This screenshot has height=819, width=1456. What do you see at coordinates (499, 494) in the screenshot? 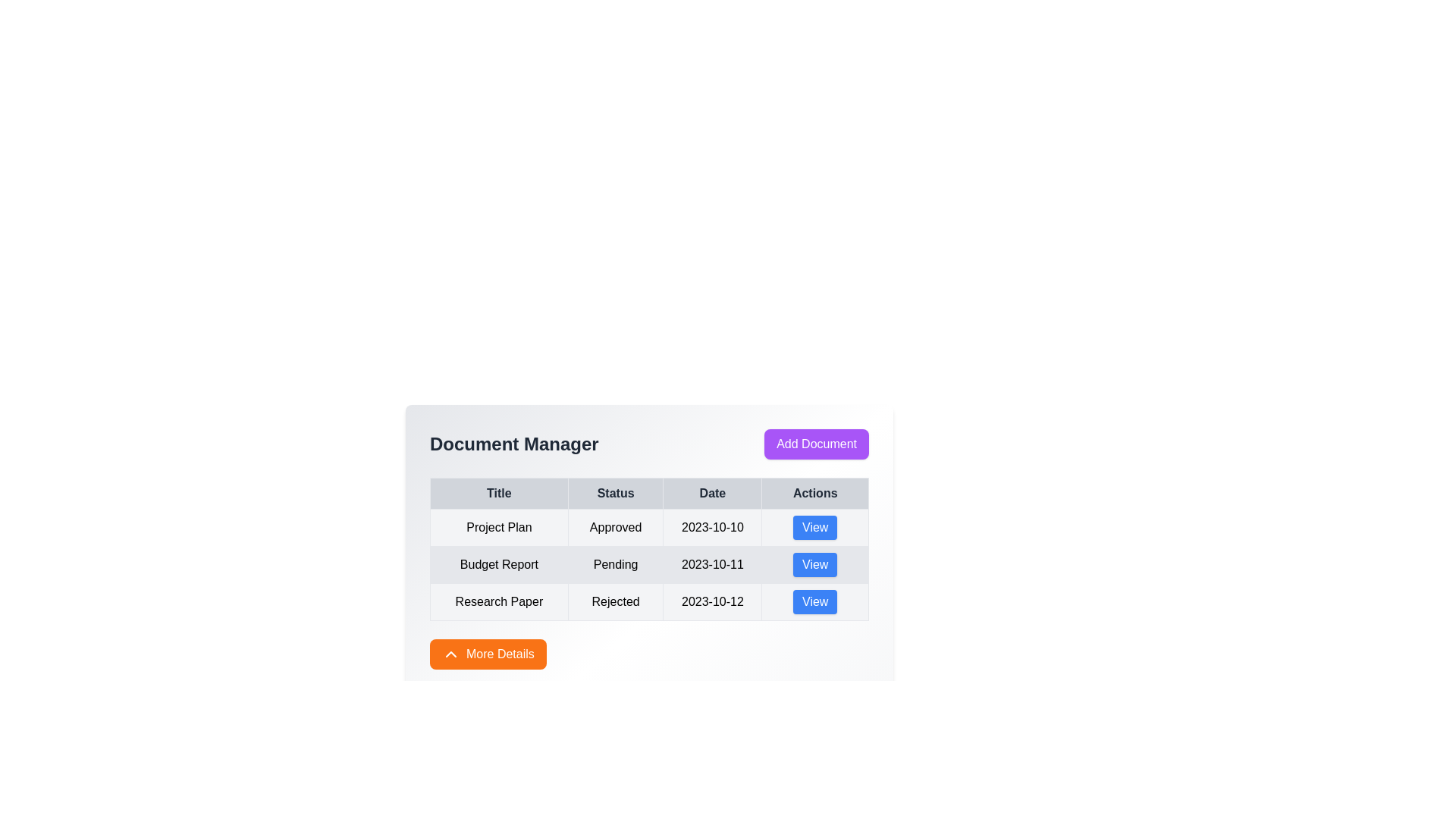
I see `the first label displaying the text 'Title', which is bold and centered in a light gray background, located under the 'Document Manager' heading` at bounding box center [499, 494].